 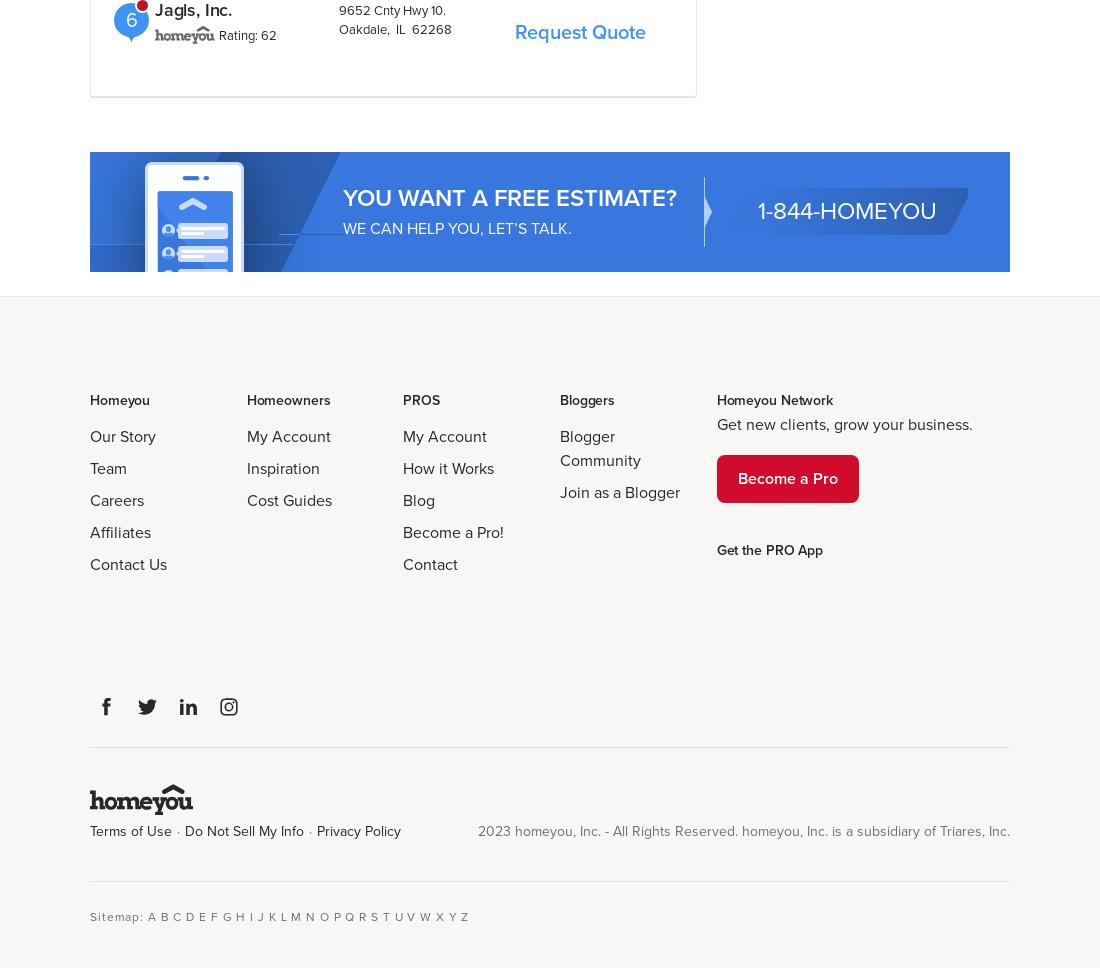 What do you see at coordinates (374, 916) in the screenshot?
I see `'S'` at bounding box center [374, 916].